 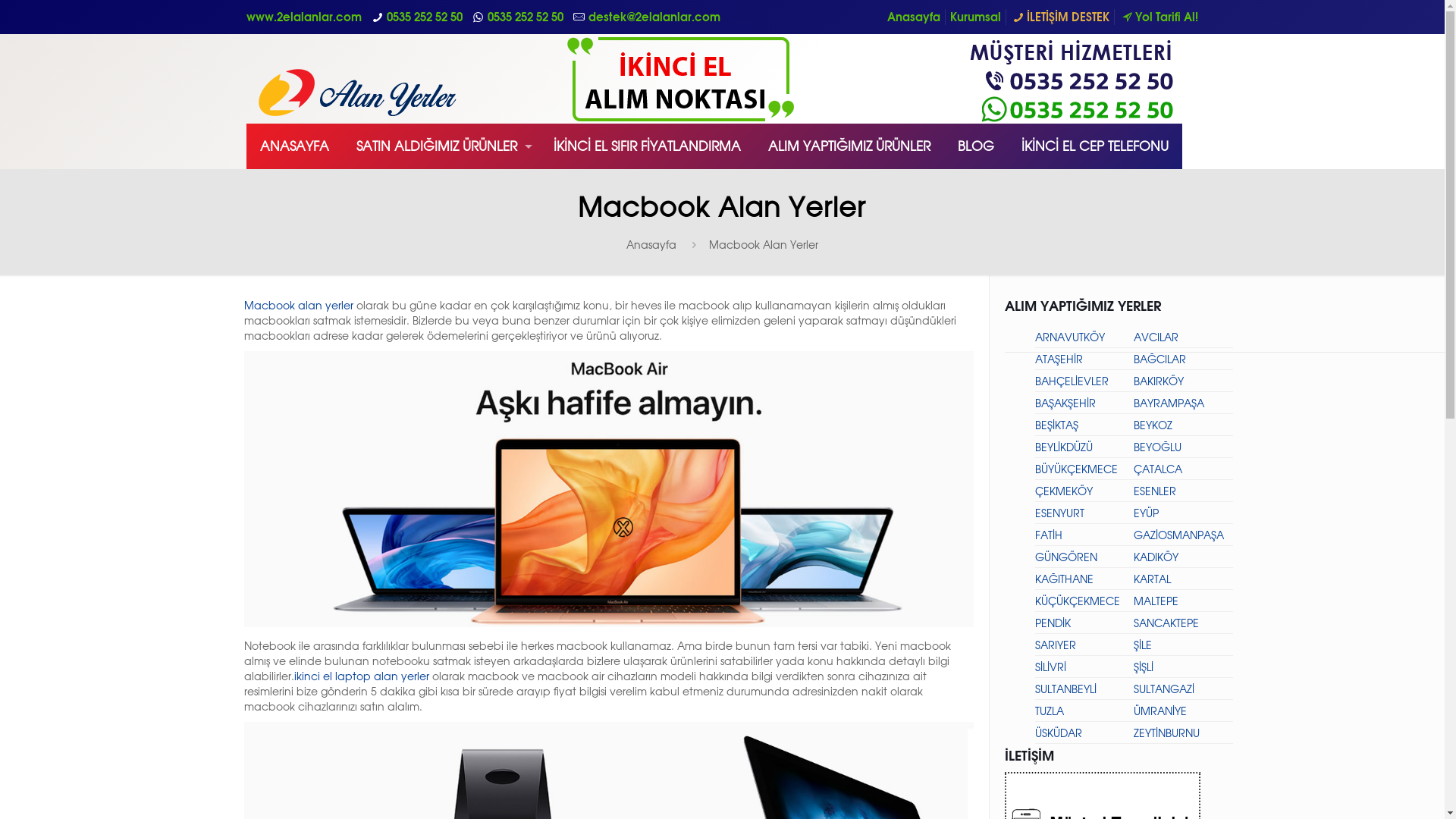 I want to click on 'TUZLA', so click(x=1033, y=711).